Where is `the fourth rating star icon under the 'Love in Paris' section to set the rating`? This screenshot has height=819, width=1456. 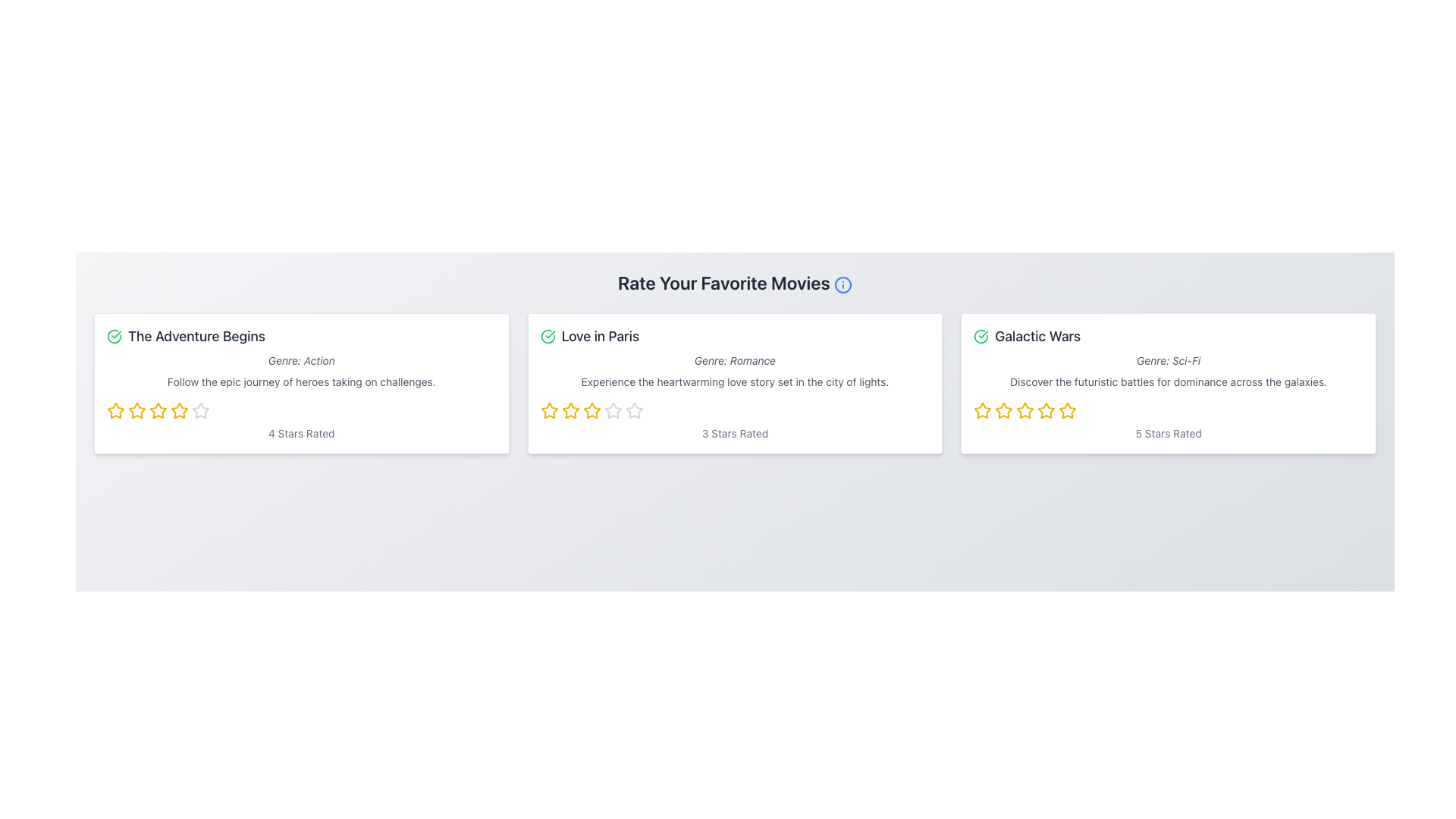 the fourth rating star icon under the 'Love in Paris' section to set the rating is located at coordinates (634, 410).